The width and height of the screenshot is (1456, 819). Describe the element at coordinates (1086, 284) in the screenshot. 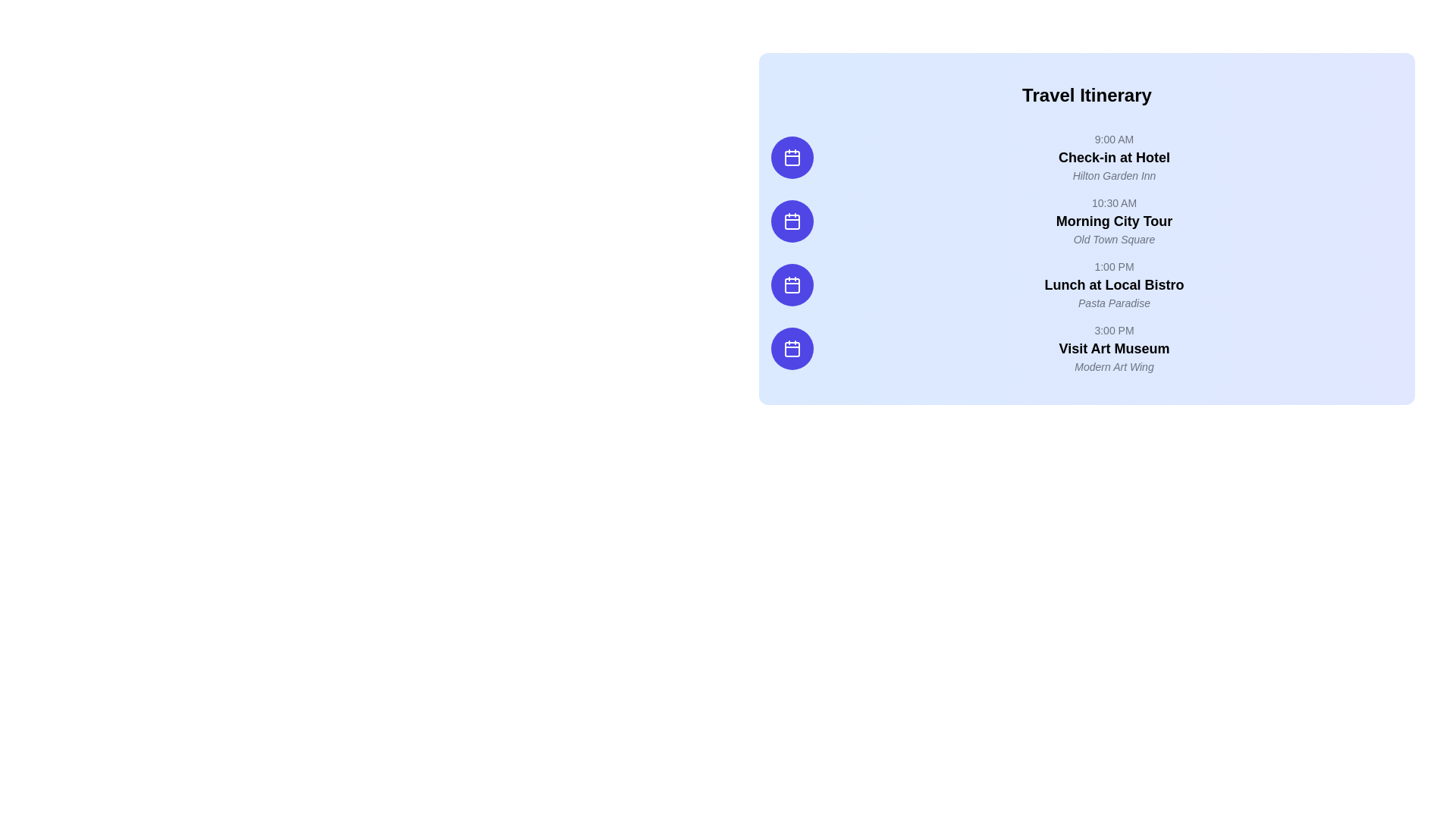

I see `the 'Lunch at Local Bistro' event in the third entry of the vertical timeline list, which includes a purple circular icon with a calendar symbol and additional text information` at that location.